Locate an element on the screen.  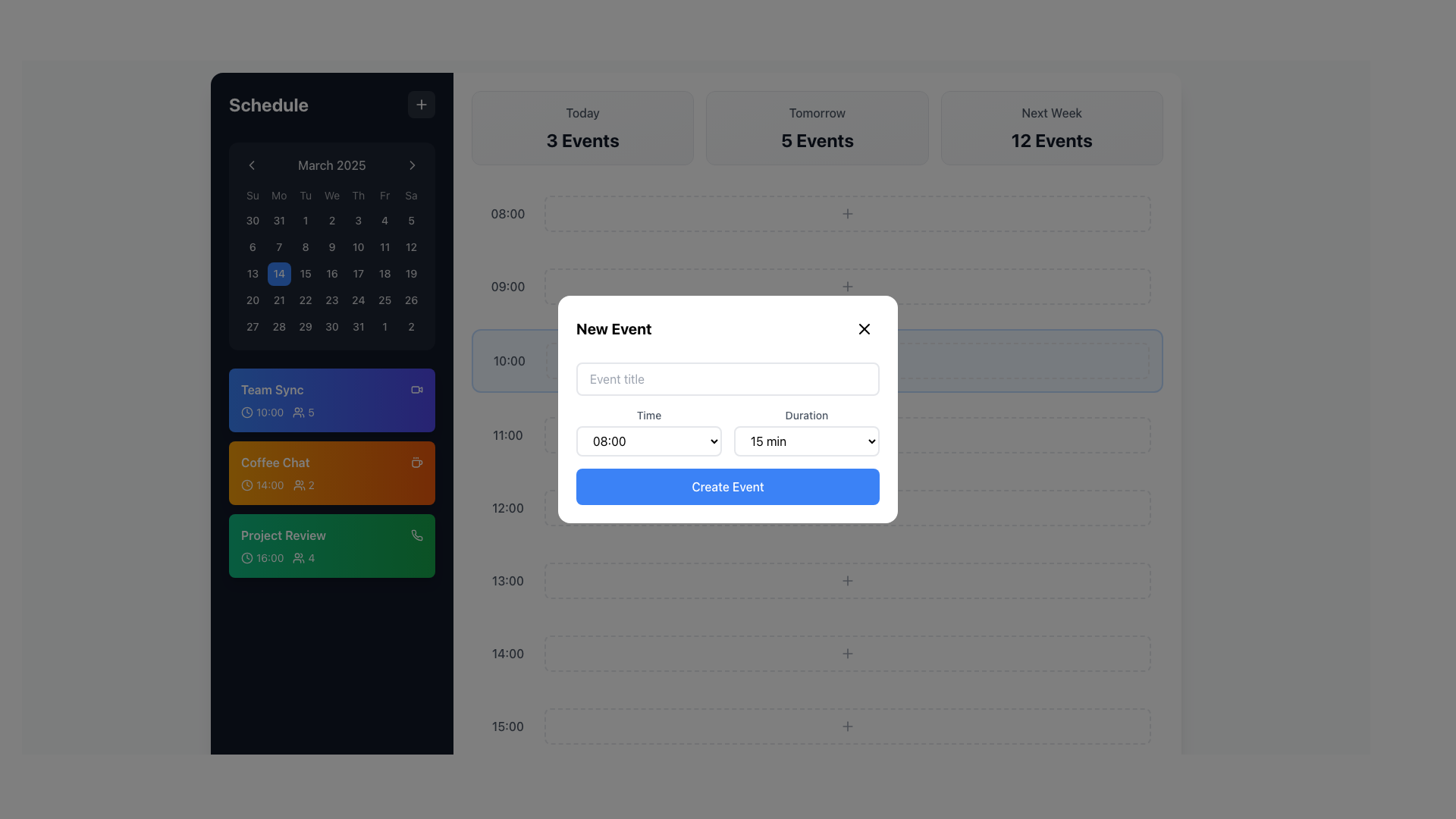
the close button located at the upper-right corner of the 'New Event' modal dialog is located at coordinates (864, 328).